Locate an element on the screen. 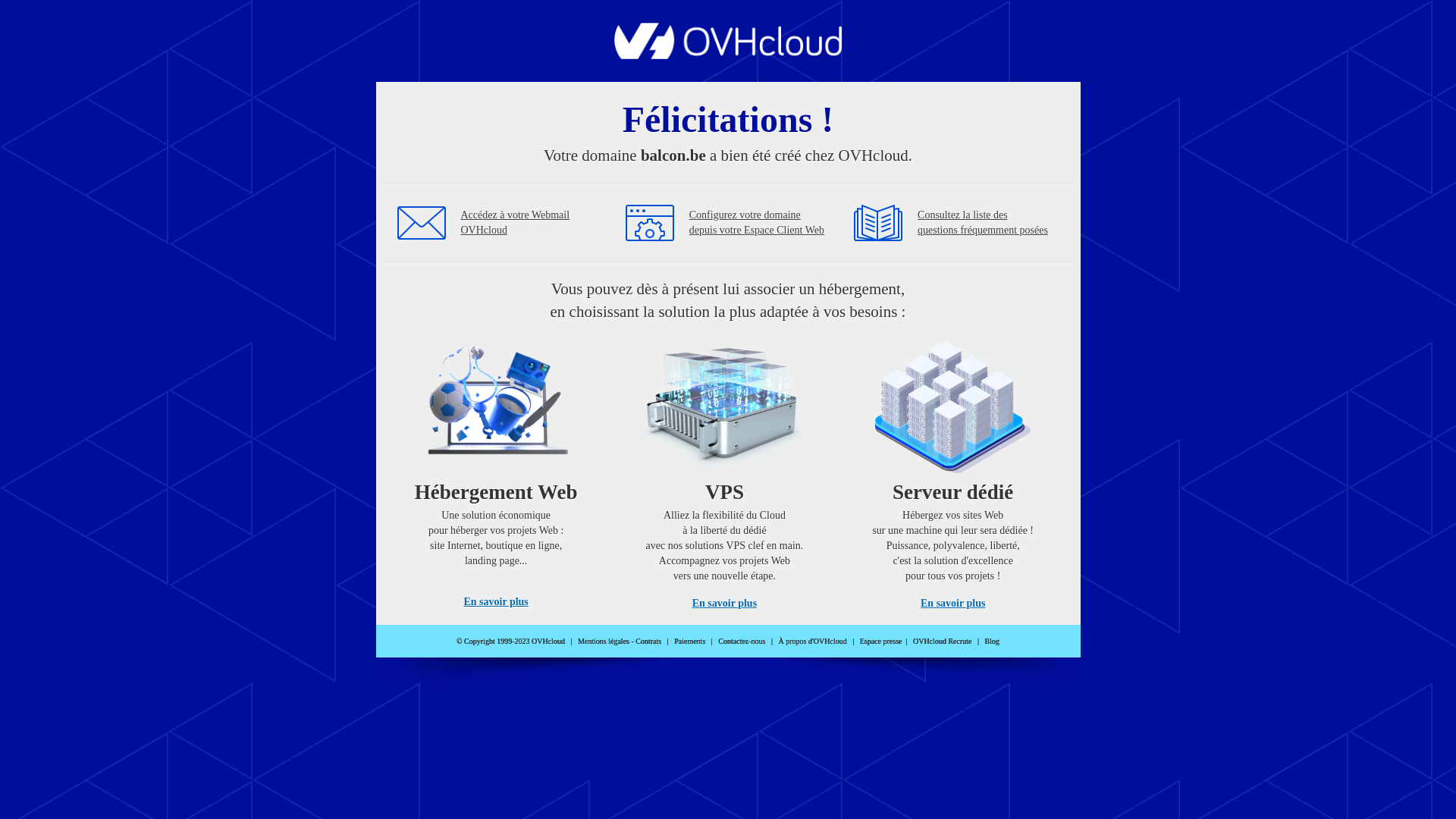  'Espace presse' is located at coordinates (880, 641).